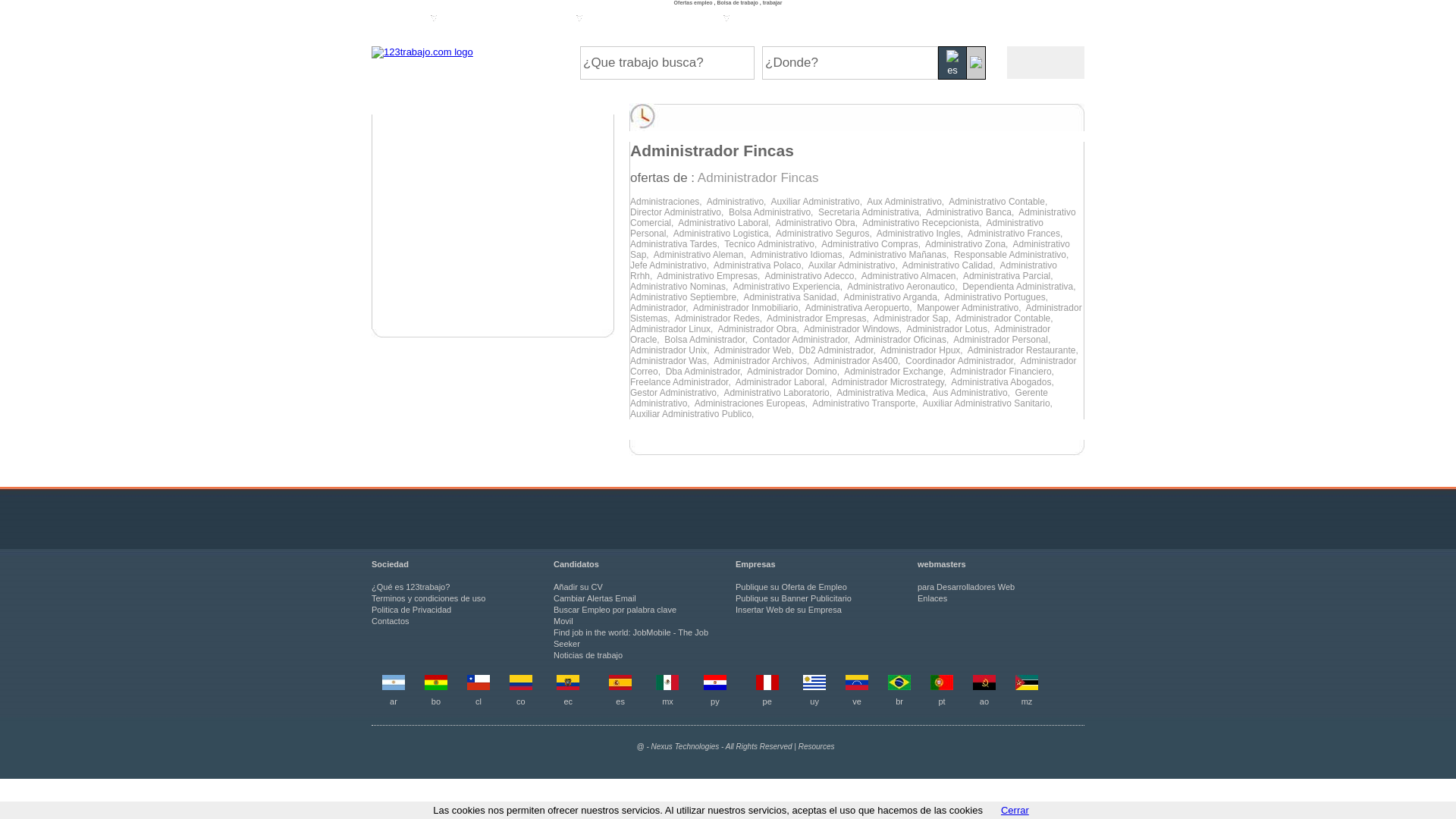  What do you see at coordinates (974, 391) in the screenshot?
I see `'Aus Administrativo, '` at bounding box center [974, 391].